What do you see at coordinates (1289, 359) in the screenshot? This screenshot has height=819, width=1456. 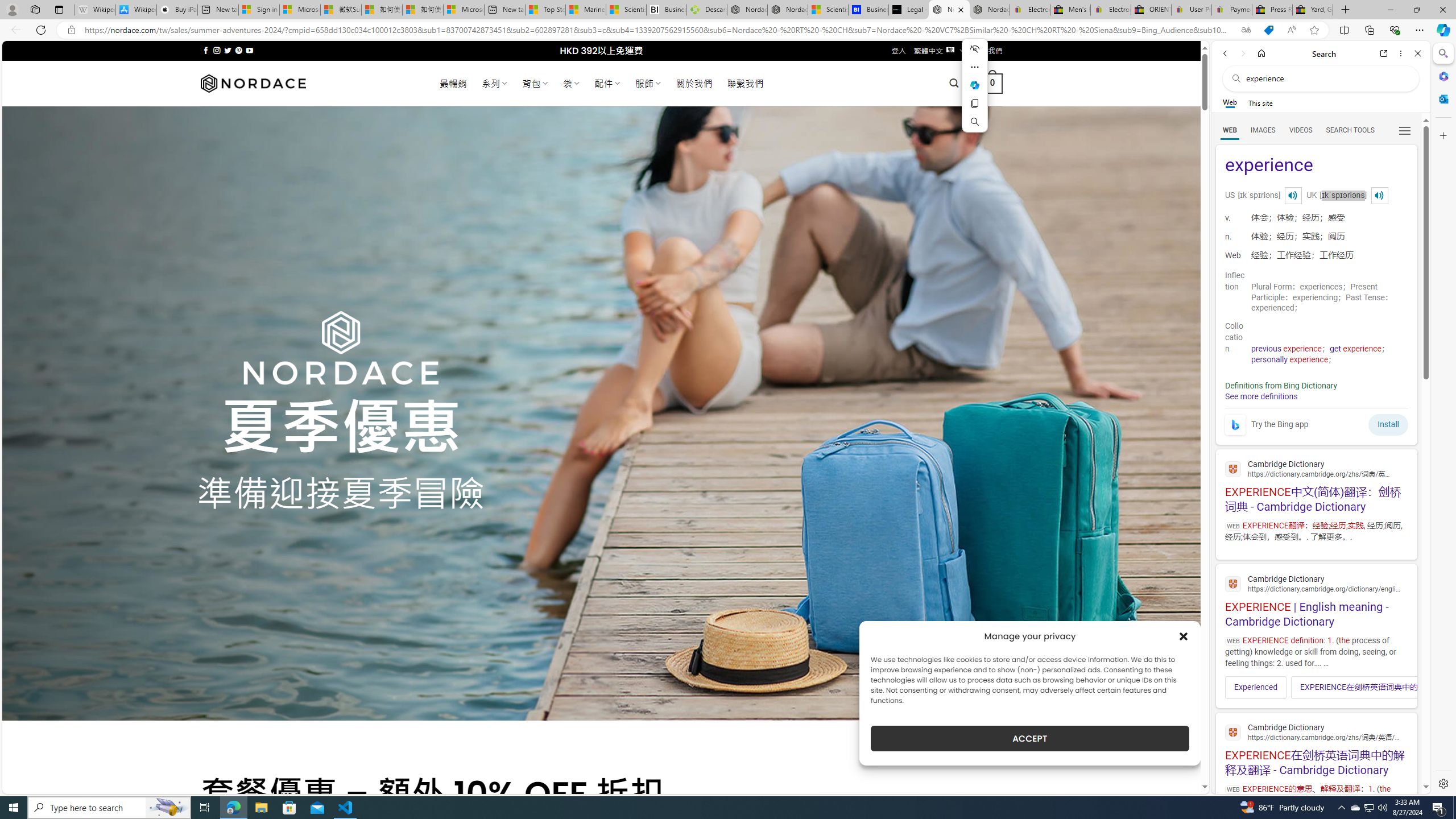 I see `'personally experience'` at bounding box center [1289, 359].